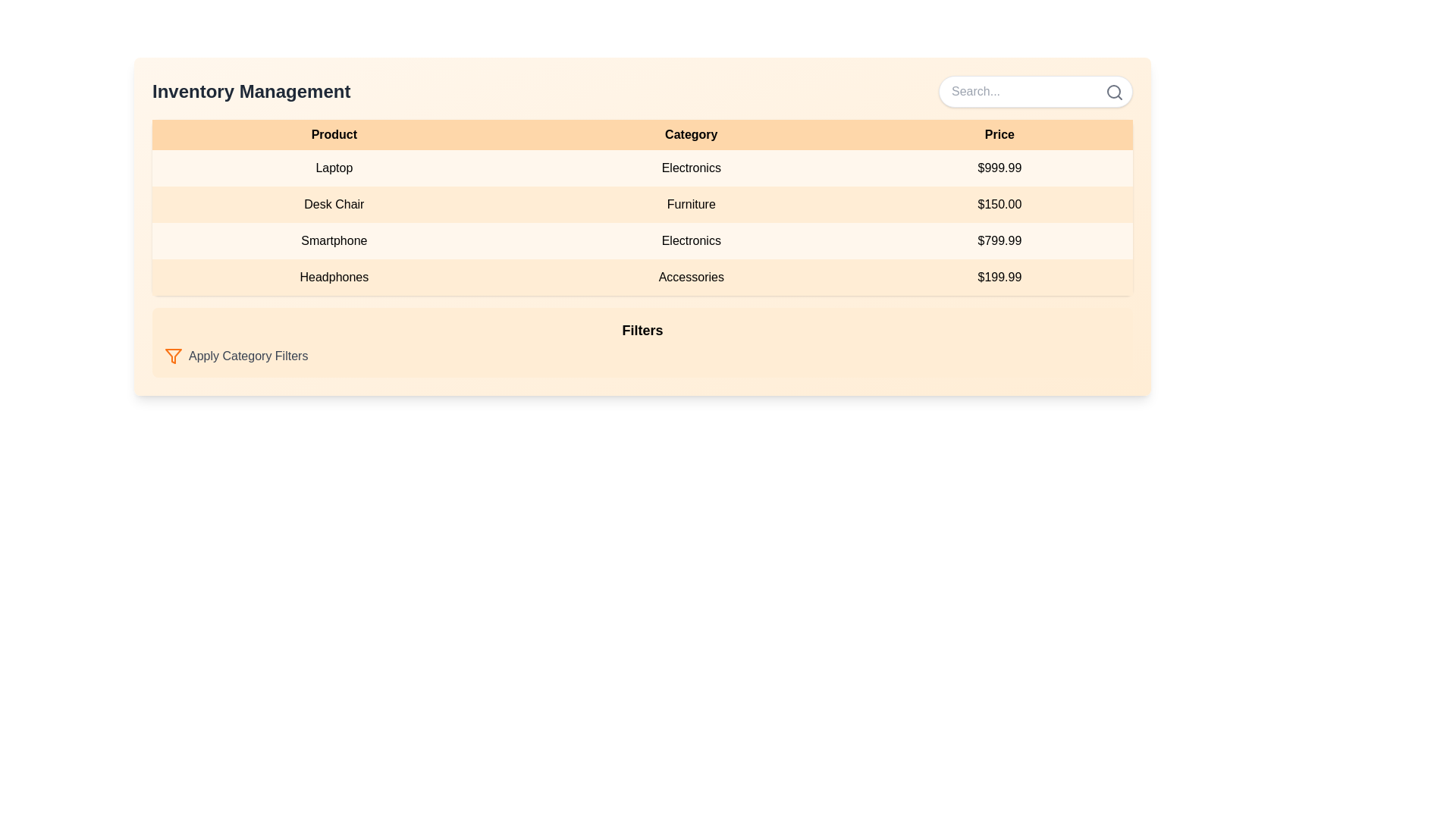  I want to click on the static text element that provides category information for the associated product, located in the second column of the second row under the 'Category' column header, so click(690, 205).